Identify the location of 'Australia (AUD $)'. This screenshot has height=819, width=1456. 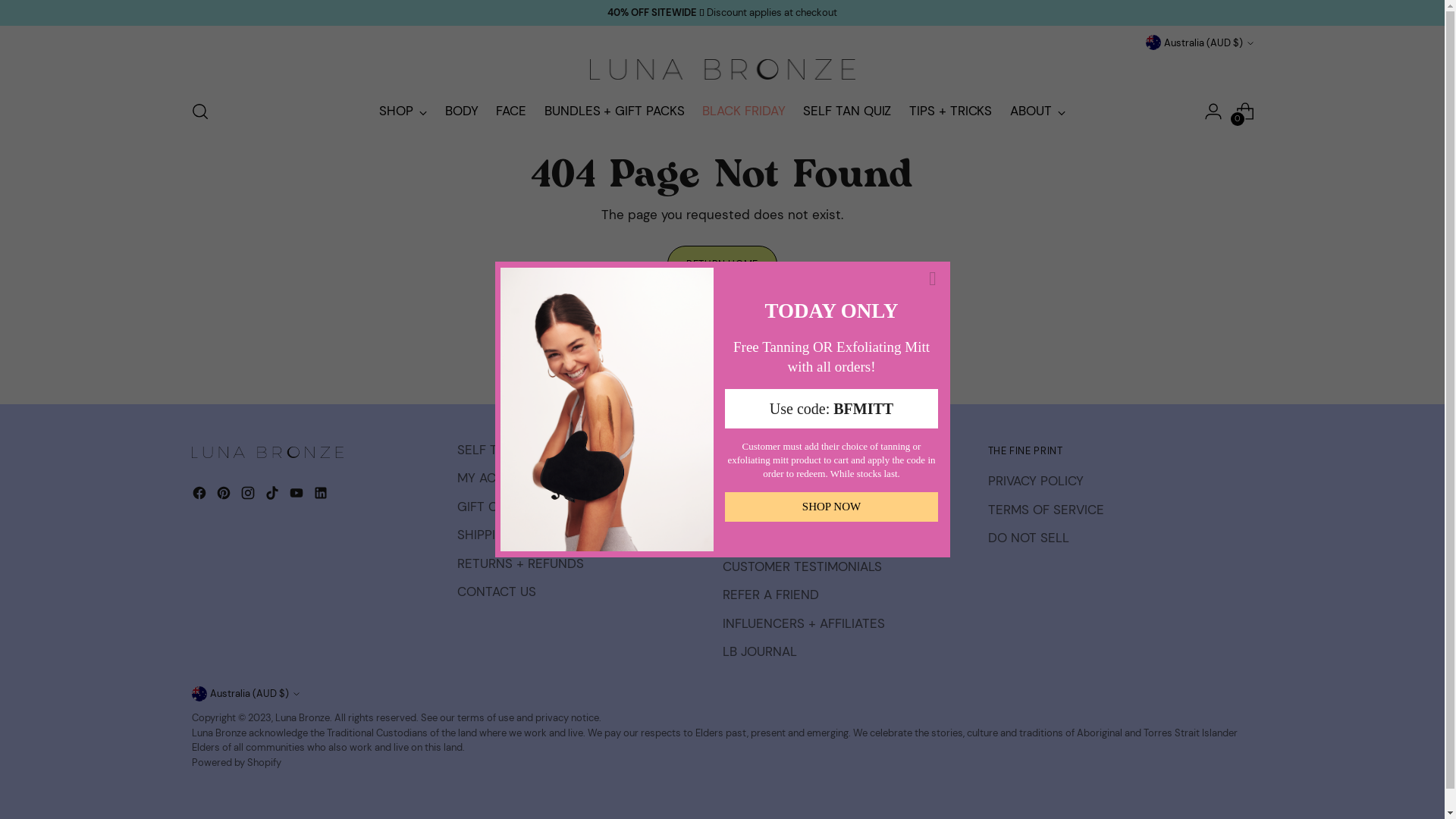
(244, 693).